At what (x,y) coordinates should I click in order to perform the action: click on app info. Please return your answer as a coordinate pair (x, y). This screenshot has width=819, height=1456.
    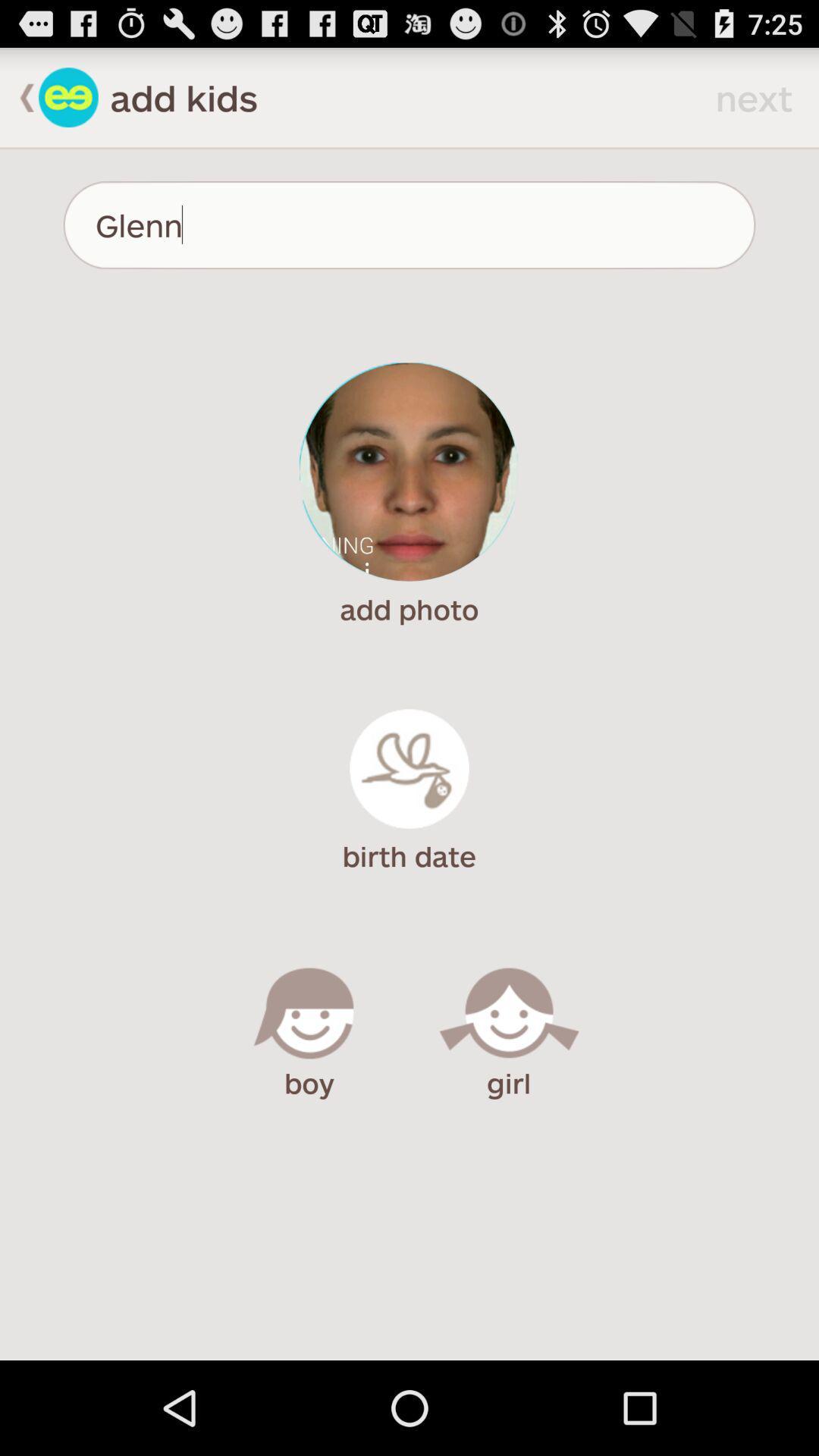
    Looking at the image, I should click on (68, 96).